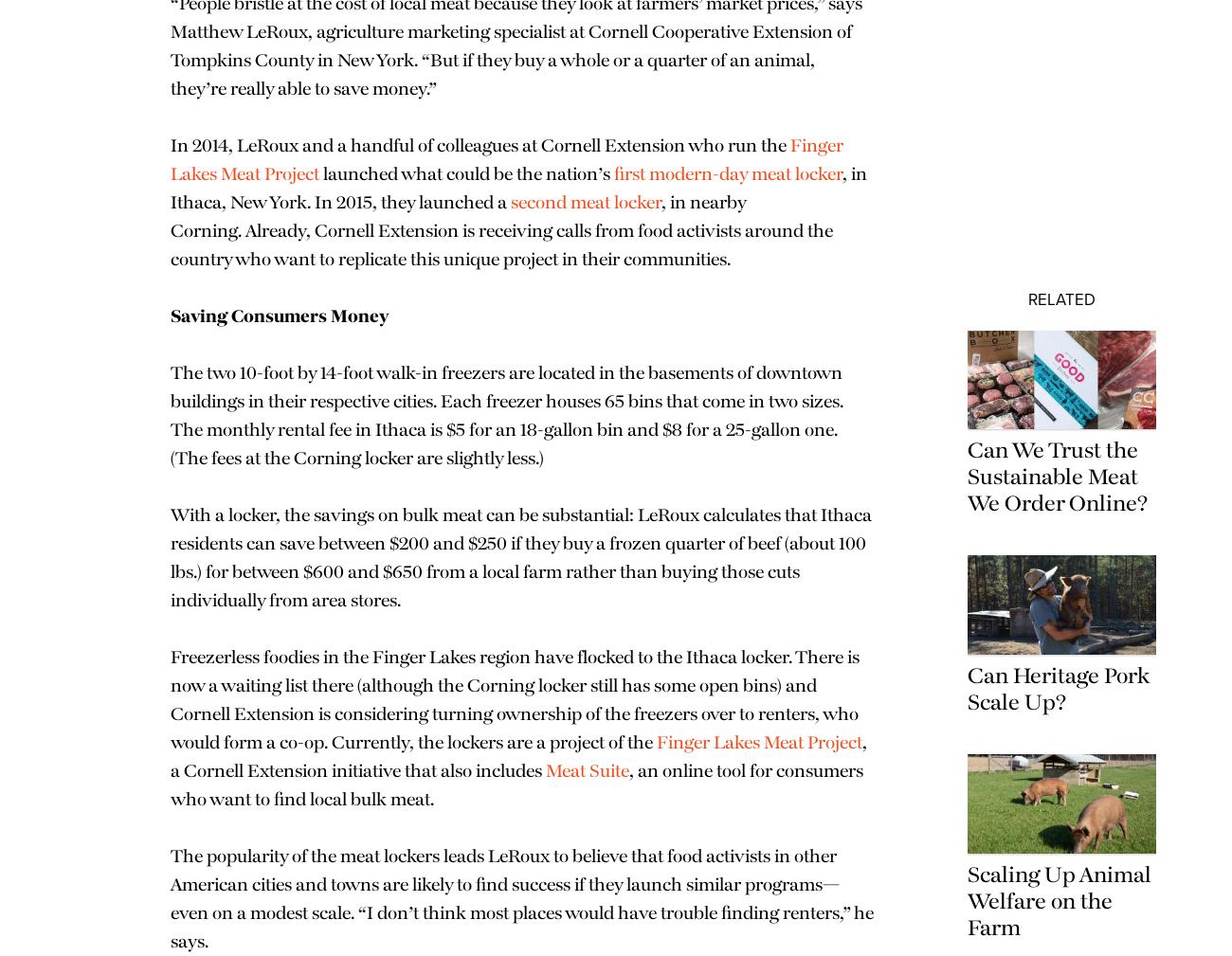  I want to click on 'Freezerless foodies in the Finger Lakes region have flocked to the Ithaca locker. There is now a waiting list there (although the Corning locker still has some open bins) and Cornell Extension is considering turning ownership of the freezers over to renters, who would form a co-op. Currently, the lockers are a project of the', so click(514, 757).